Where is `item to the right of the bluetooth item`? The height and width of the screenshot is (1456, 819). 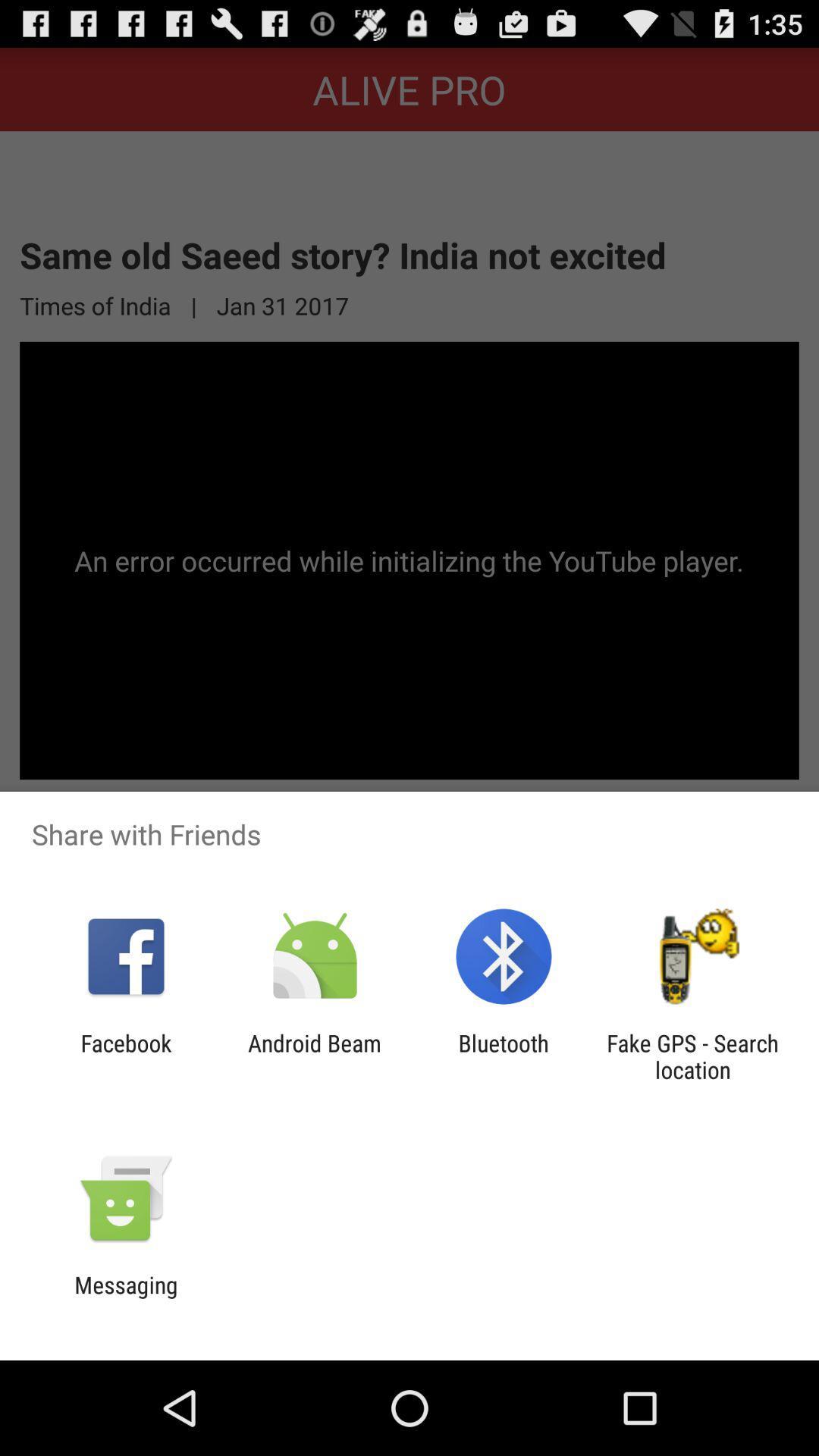
item to the right of the bluetooth item is located at coordinates (692, 1056).